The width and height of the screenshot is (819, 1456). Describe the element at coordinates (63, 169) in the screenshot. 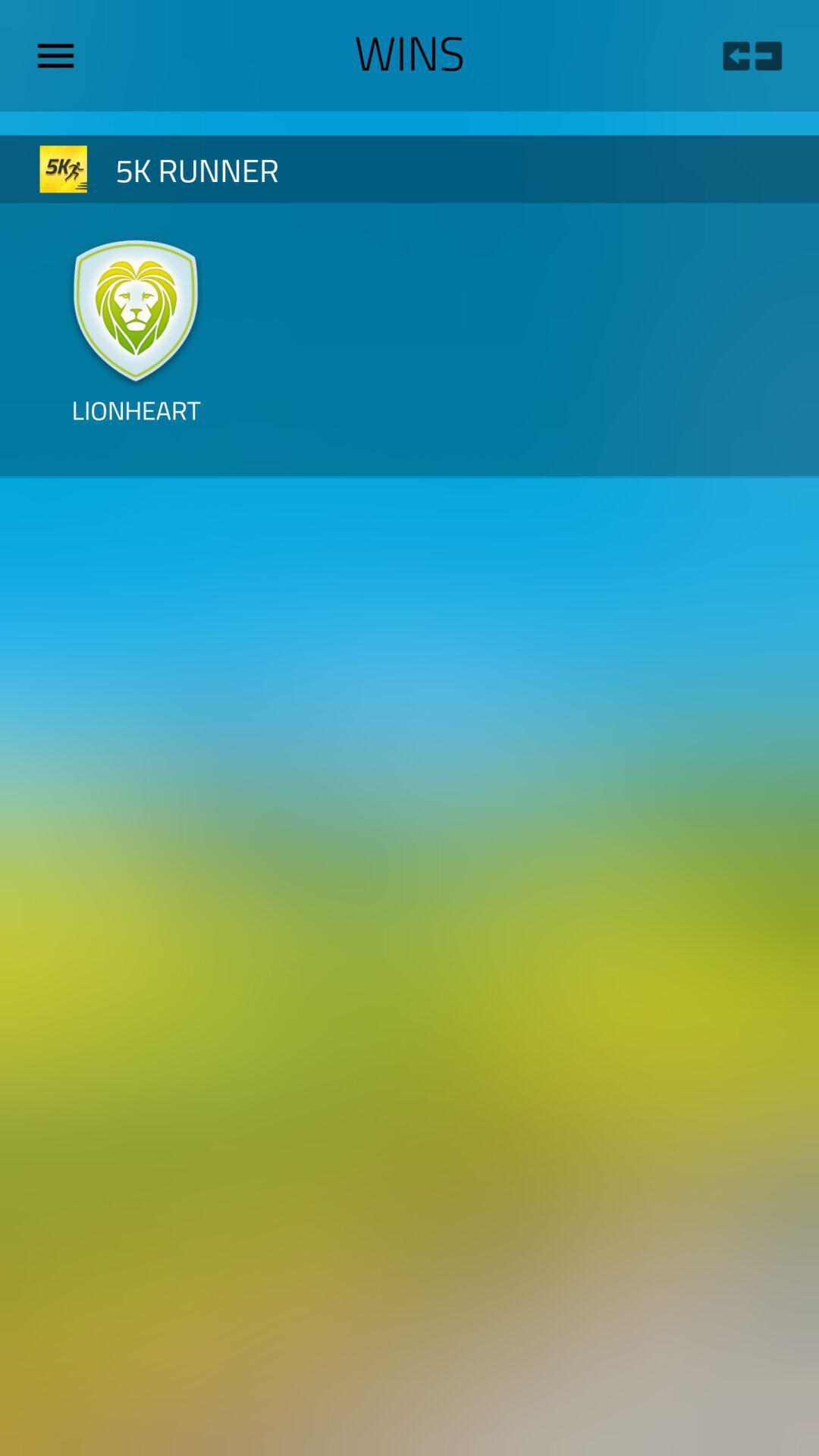

I see `item next to 5k runner icon` at that location.